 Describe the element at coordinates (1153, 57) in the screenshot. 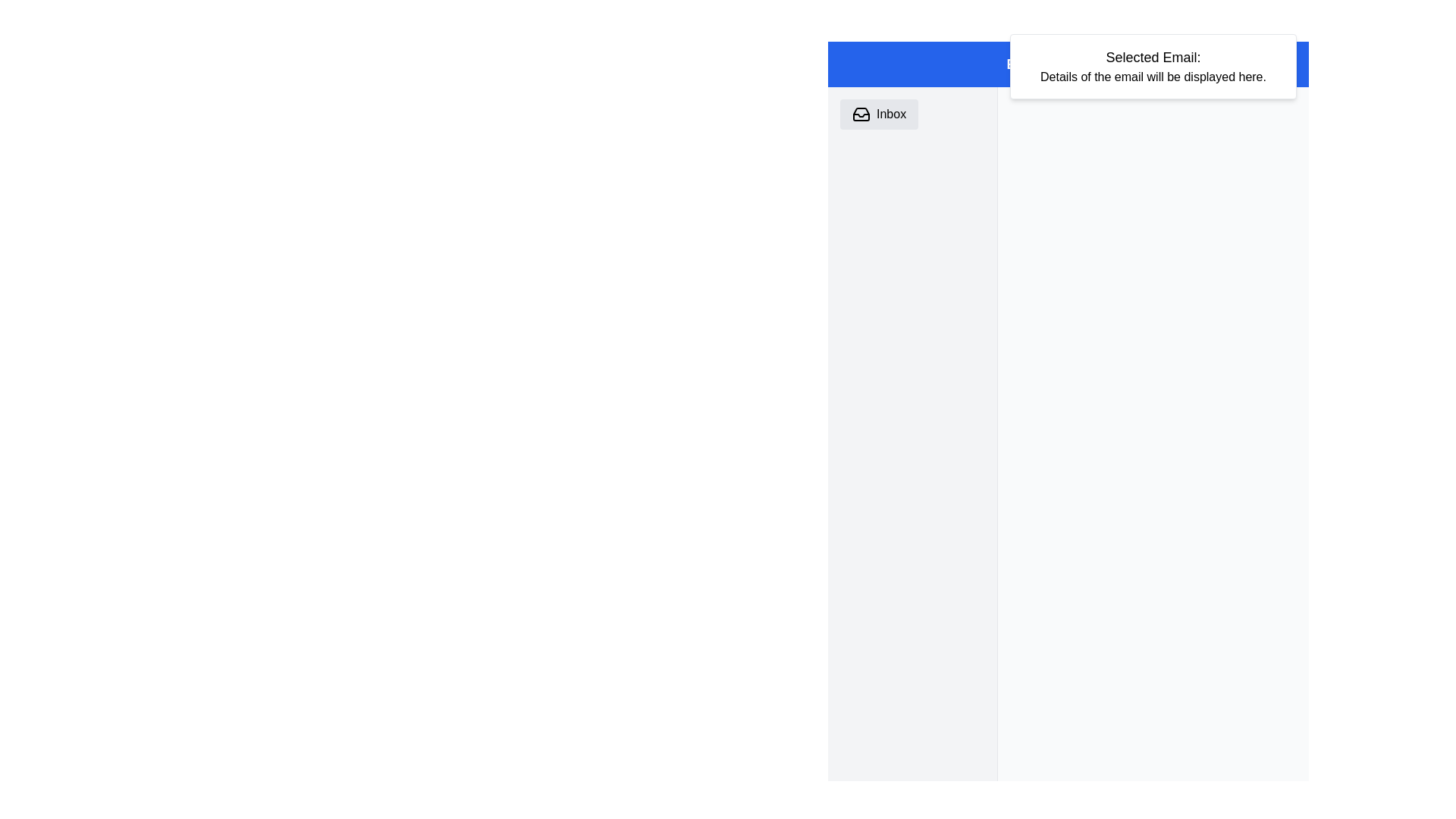

I see `the text label that says 'Selected Email:' which is styled prominently at the top of a white pop-up card` at that location.